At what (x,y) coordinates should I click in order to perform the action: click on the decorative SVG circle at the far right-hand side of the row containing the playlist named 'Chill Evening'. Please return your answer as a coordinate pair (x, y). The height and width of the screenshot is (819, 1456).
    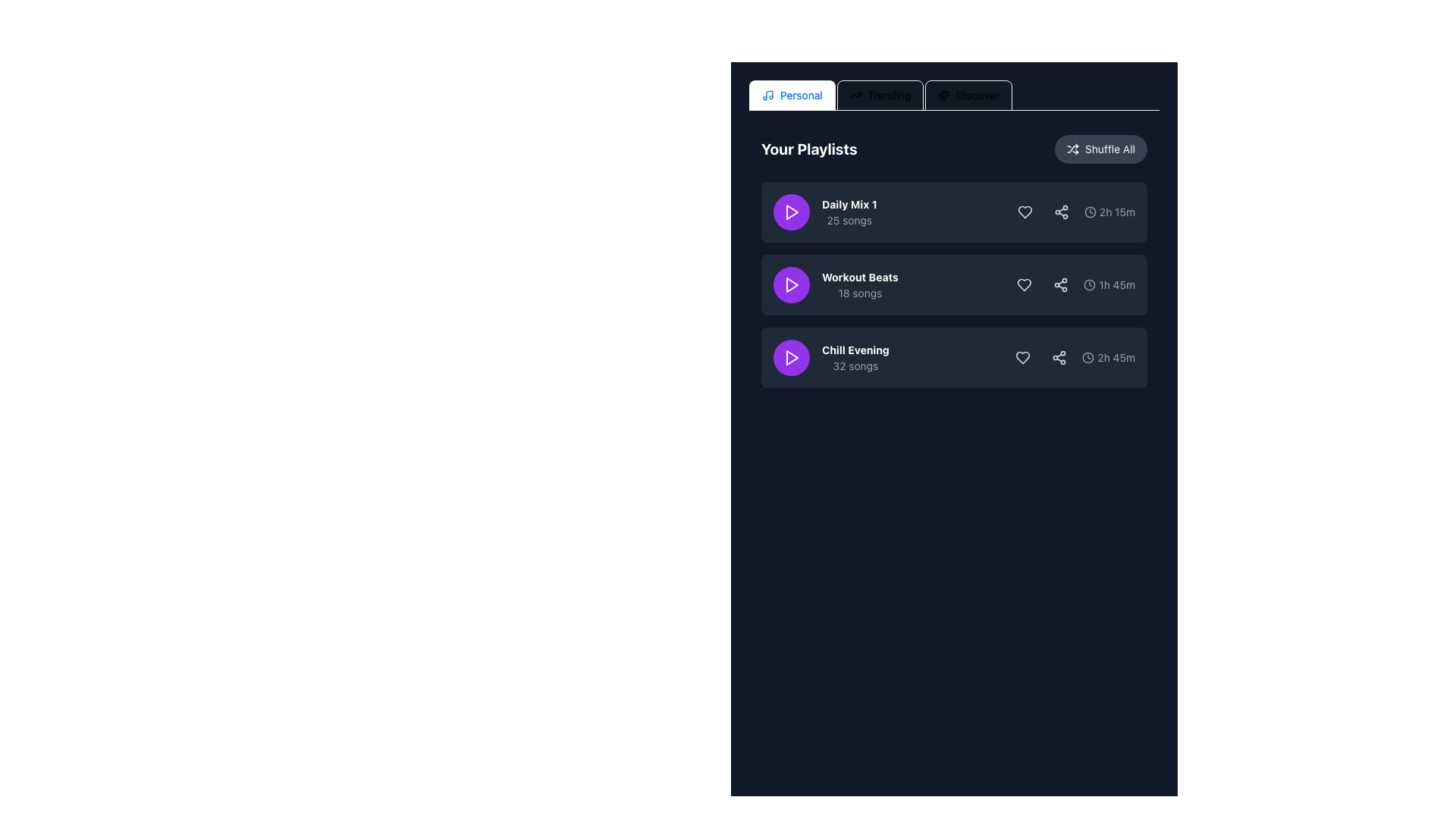
    Looking at the image, I should click on (1087, 357).